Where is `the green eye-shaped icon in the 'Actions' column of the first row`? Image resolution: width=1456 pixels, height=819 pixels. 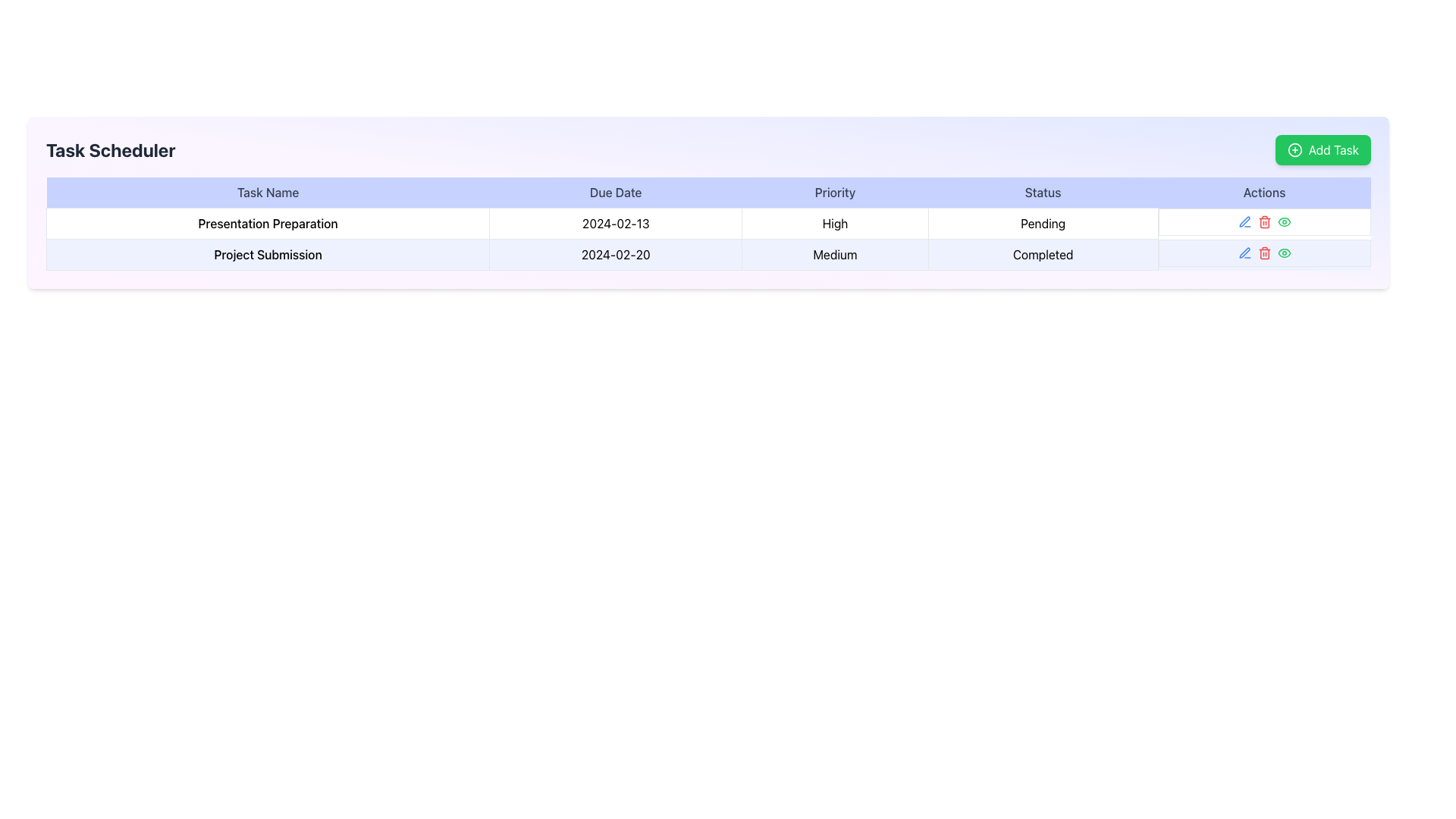
the green eye-shaped icon in the 'Actions' column of the first row is located at coordinates (1283, 252).